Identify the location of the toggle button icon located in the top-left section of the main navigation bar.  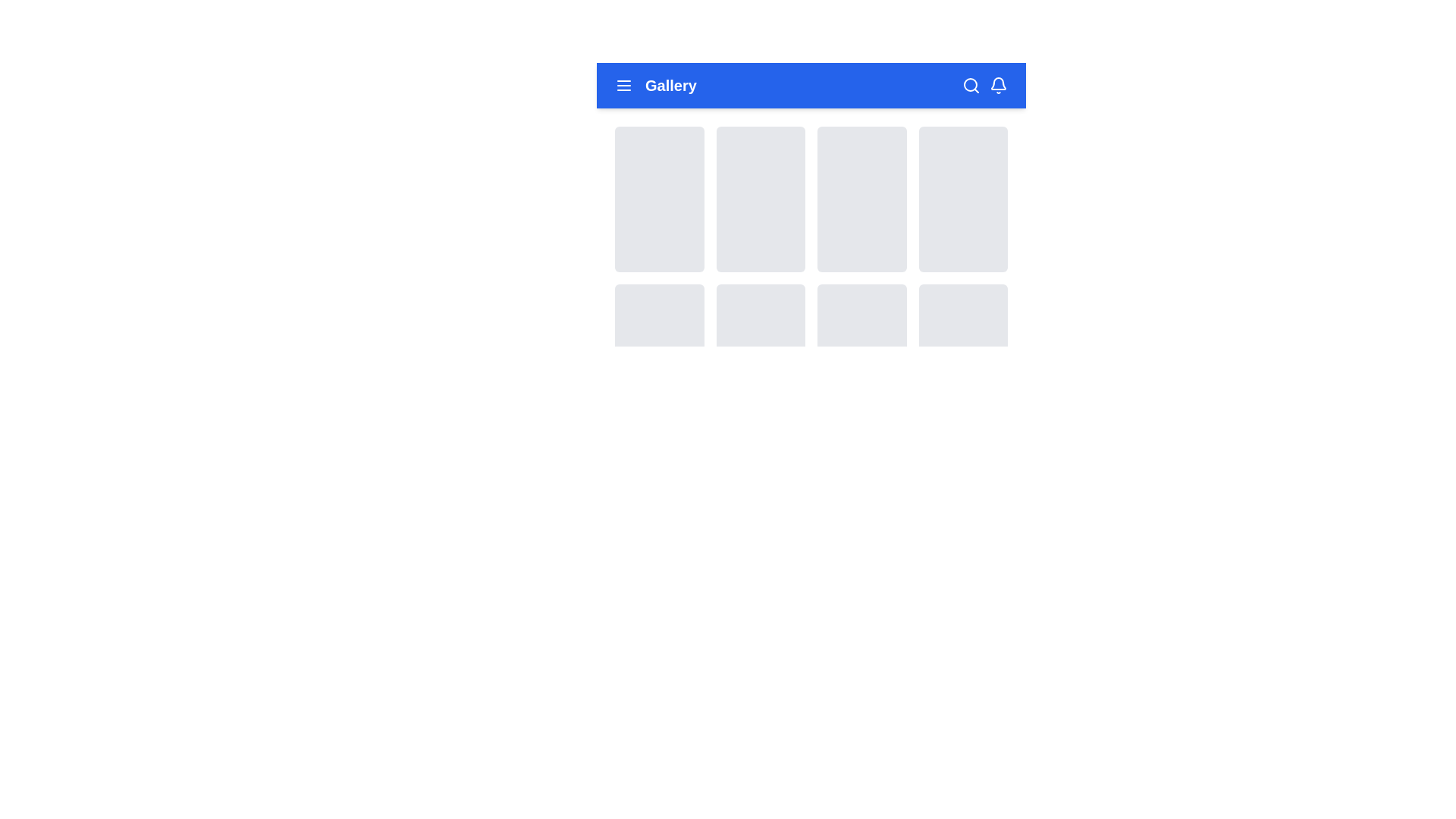
(623, 85).